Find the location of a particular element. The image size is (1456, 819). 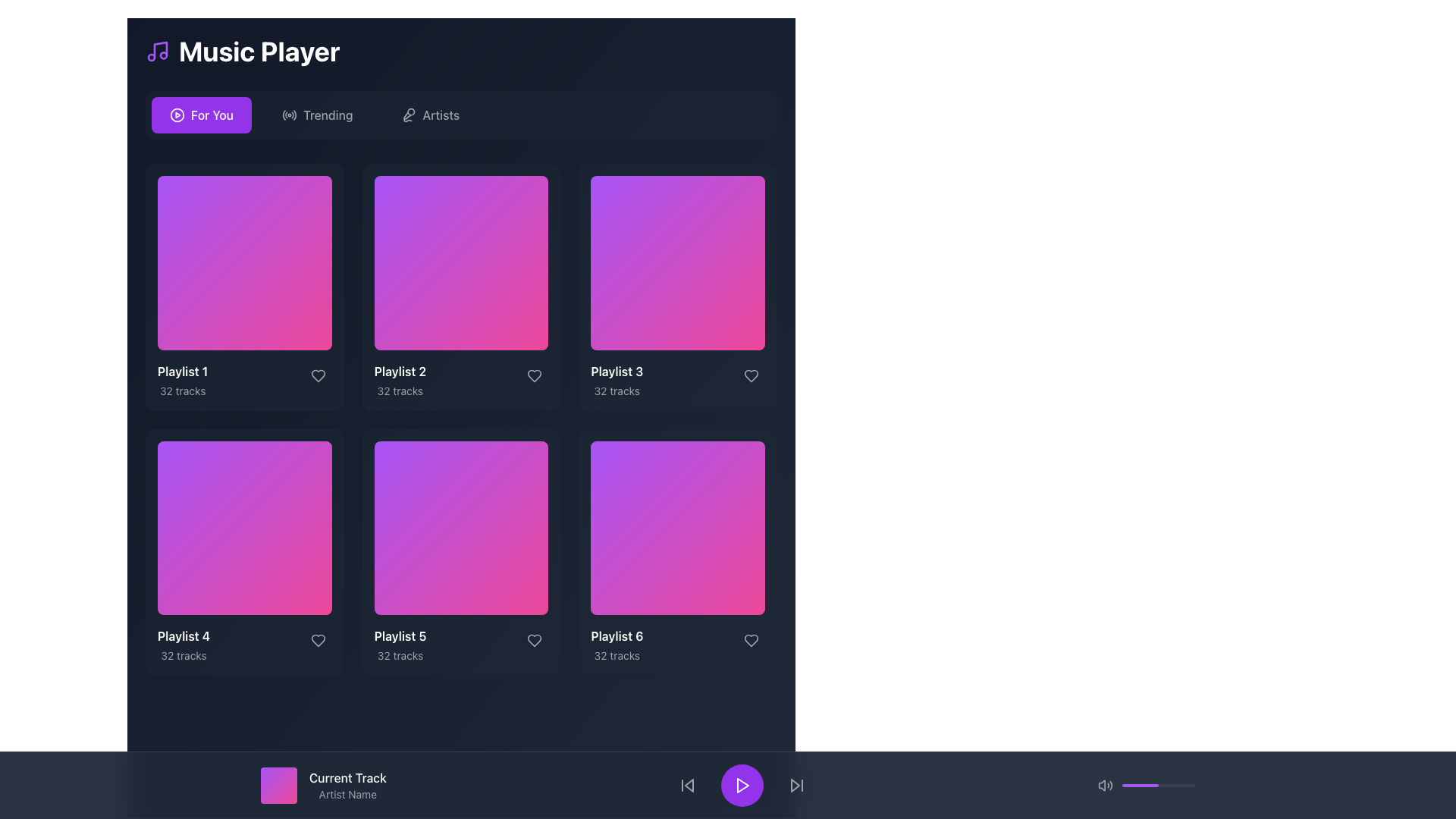

the text block displaying 'Playlist 3' with a bold white heading and a smaller gray subheading, located in the center-right section of the playlist grid, specifically in the third tile from the left on the second row is located at coordinates (617, 379).